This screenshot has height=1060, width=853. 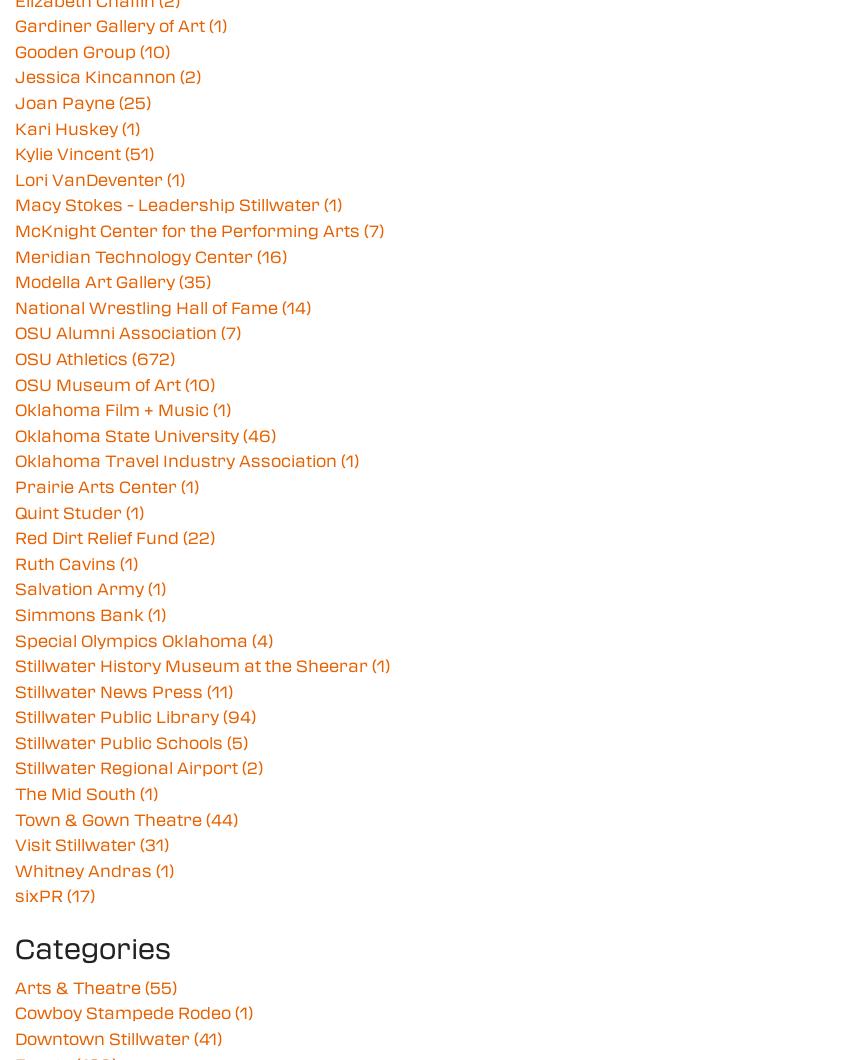 What do you see at coordinates (239, 715) in the screenshot?
I see `'(94)'` at bounding box center [239, 715].